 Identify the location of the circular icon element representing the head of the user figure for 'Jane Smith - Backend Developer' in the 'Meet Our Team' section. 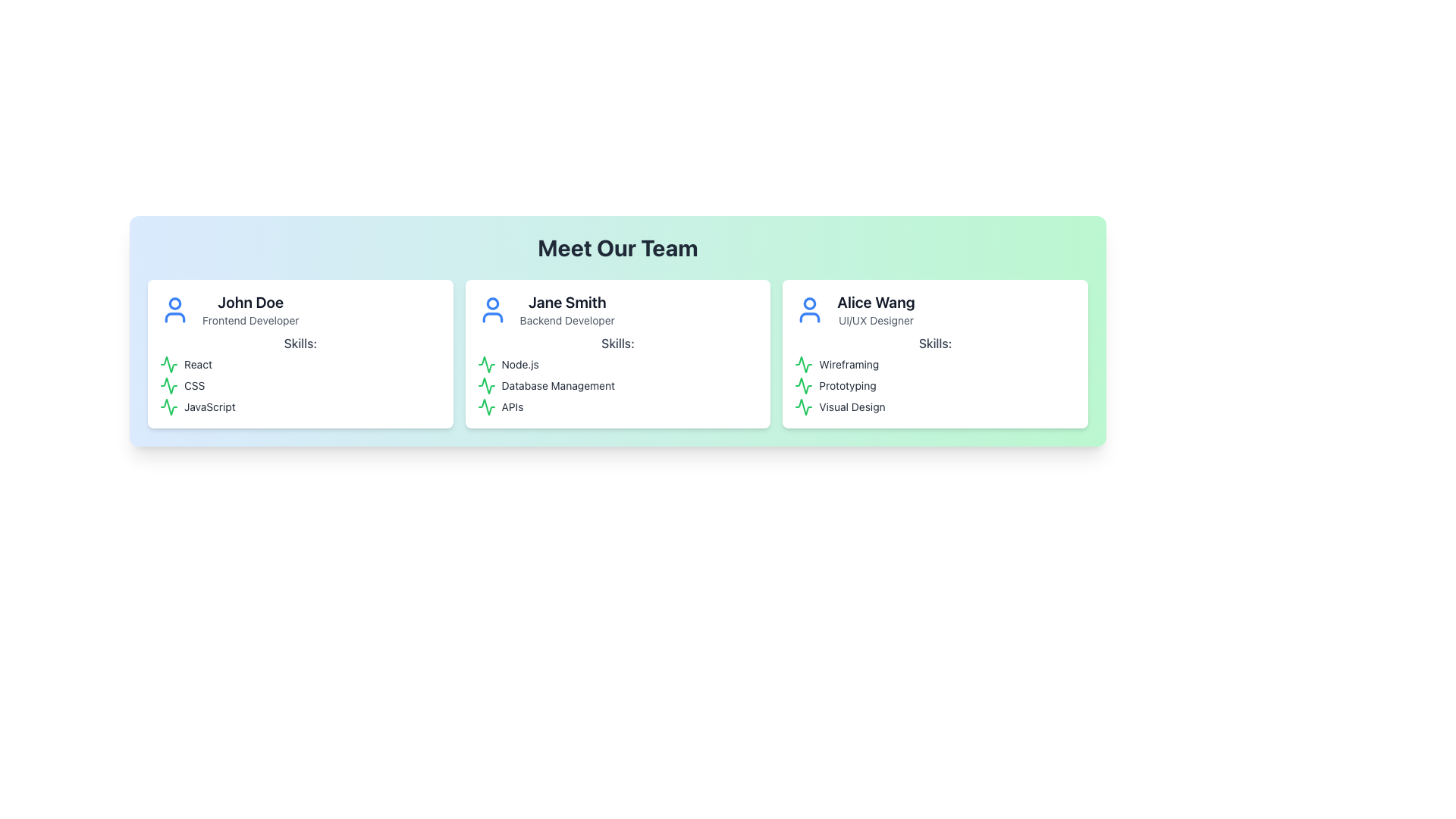
(492, 303).